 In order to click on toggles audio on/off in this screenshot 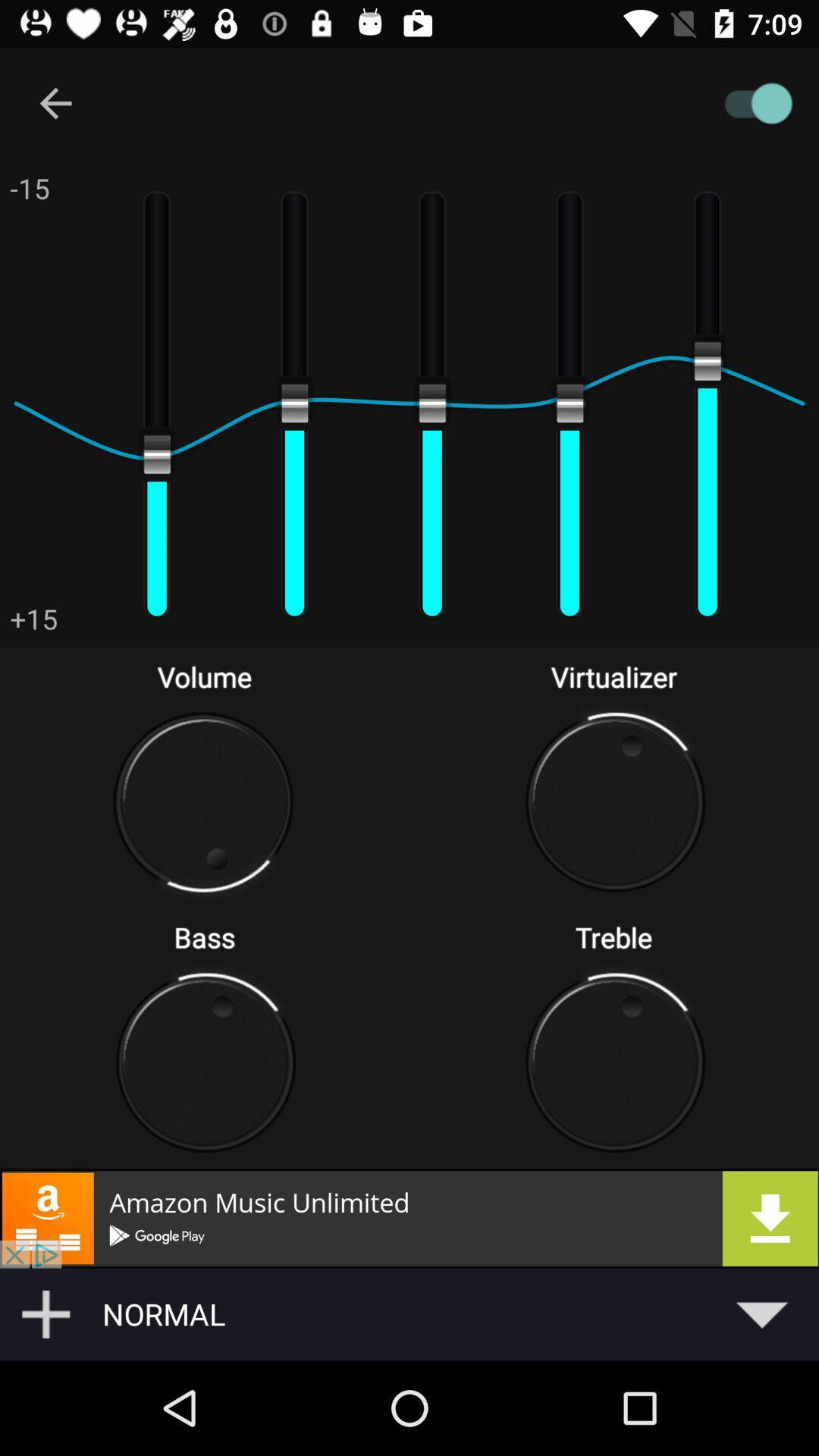, I will do `click(481, 102)`.